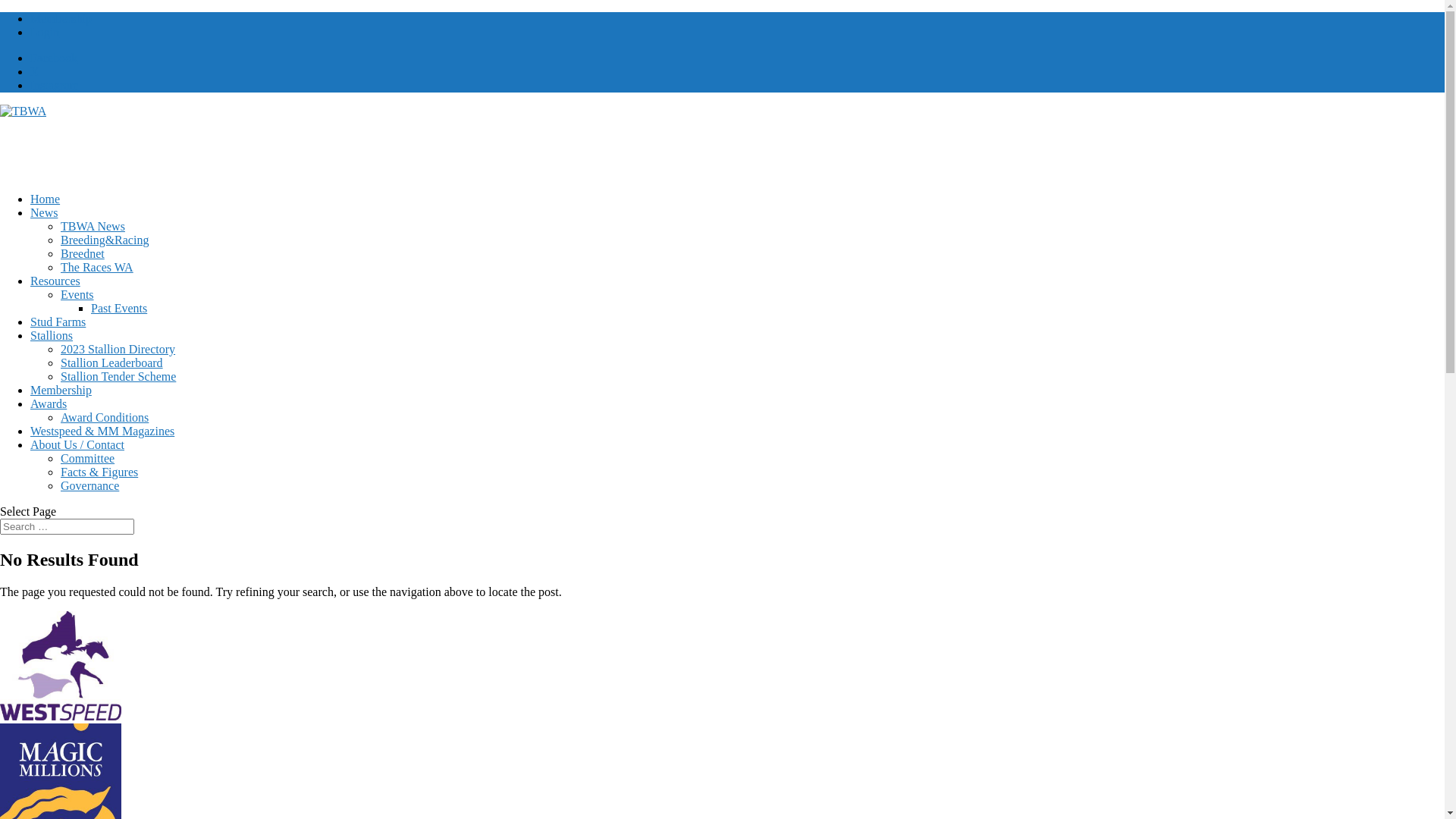 Image resolution: width=1456 pixels, height=819 pixels. I want to click on 'Governance', so click(89, 485).